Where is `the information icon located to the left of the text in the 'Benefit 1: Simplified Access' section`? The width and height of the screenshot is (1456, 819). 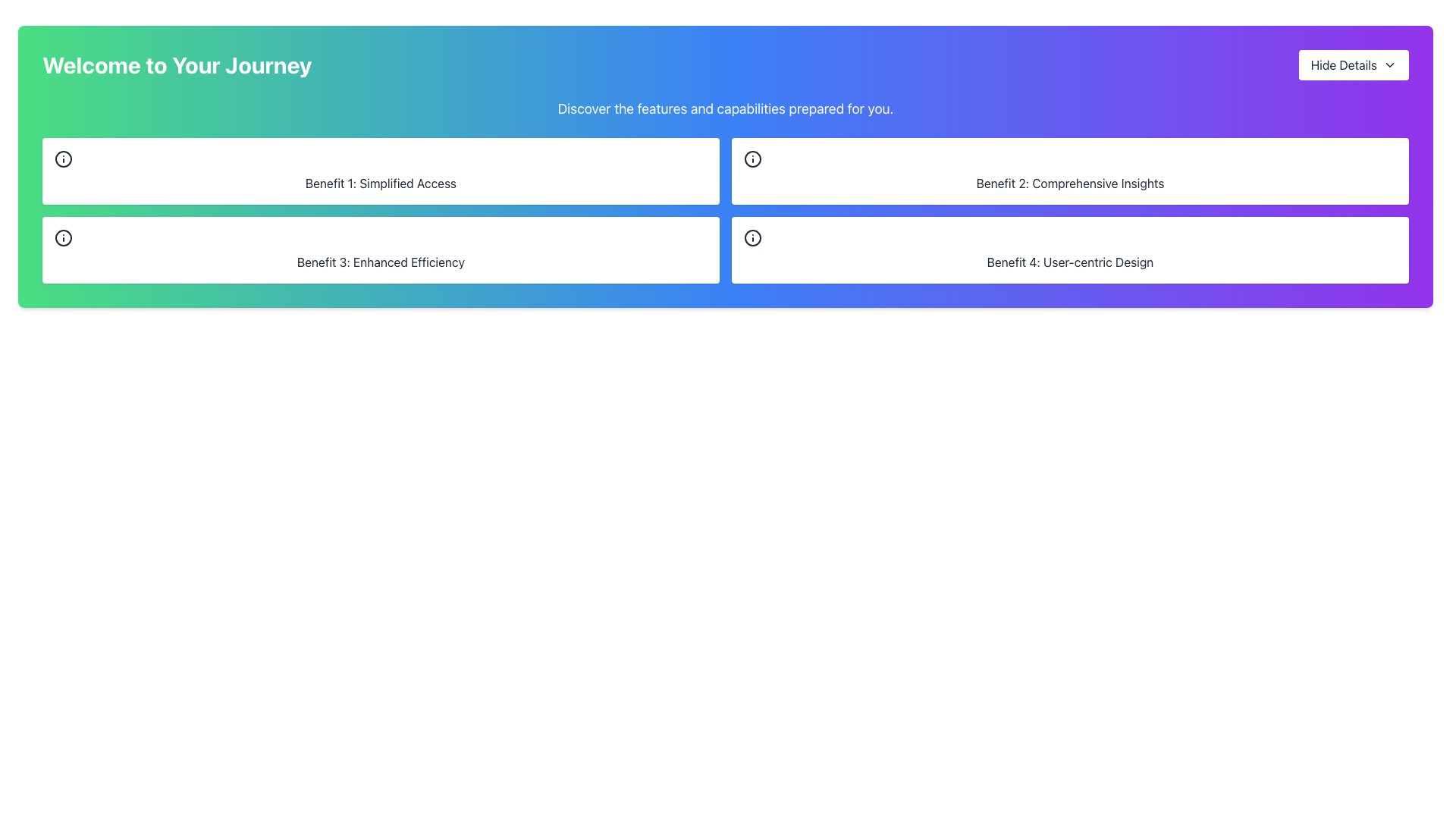 the information icon located to the left of the text in the 'Benefit 1: Simplified Access' section is located at coordinates (62, 158).